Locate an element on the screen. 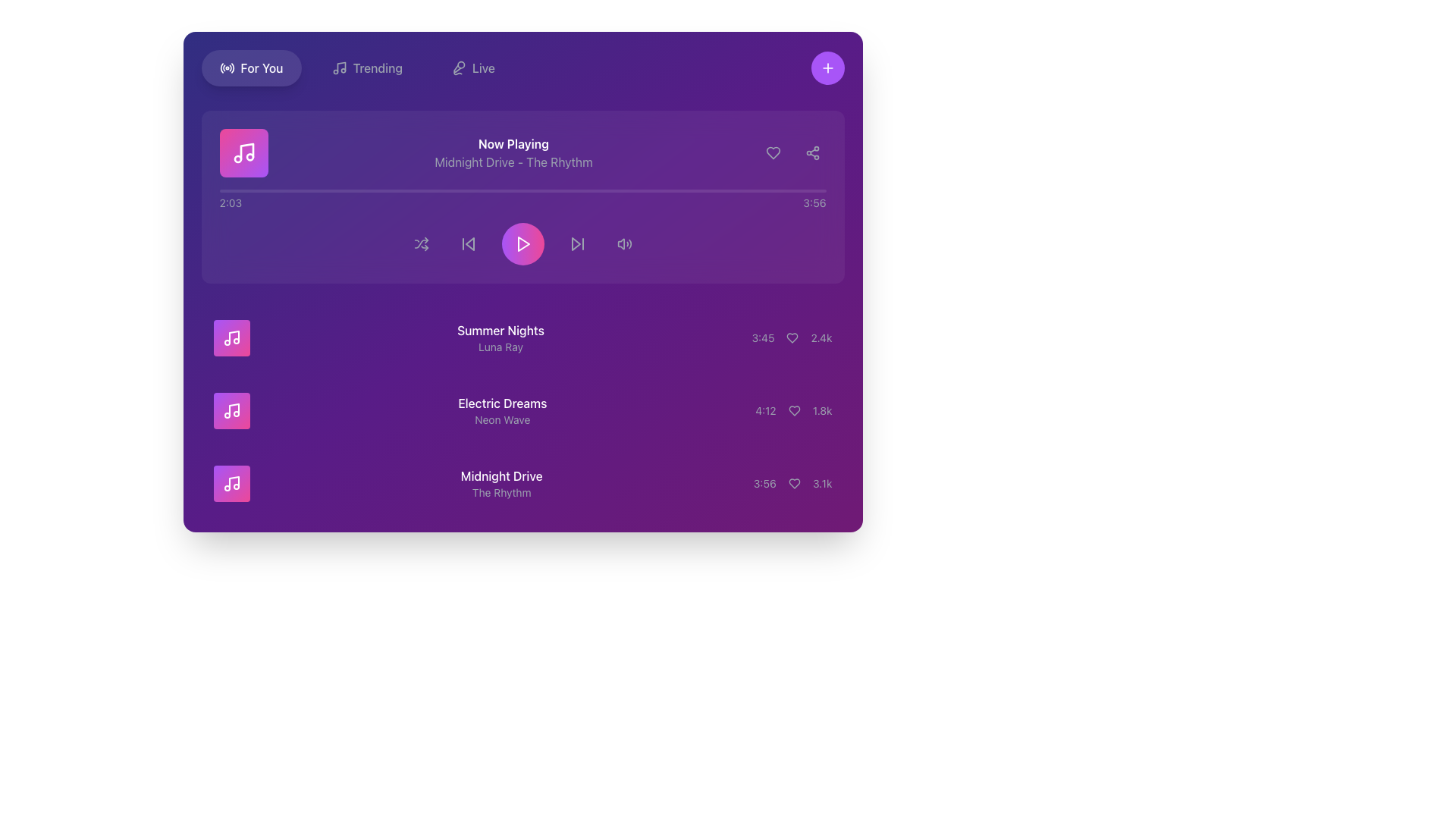  the text label in the upper navigation area, positioned between a music icon on the left and a 'Live' text label on the right, which serves as a label for a navigation item related to trending topics is located at coordinates (378, 67).